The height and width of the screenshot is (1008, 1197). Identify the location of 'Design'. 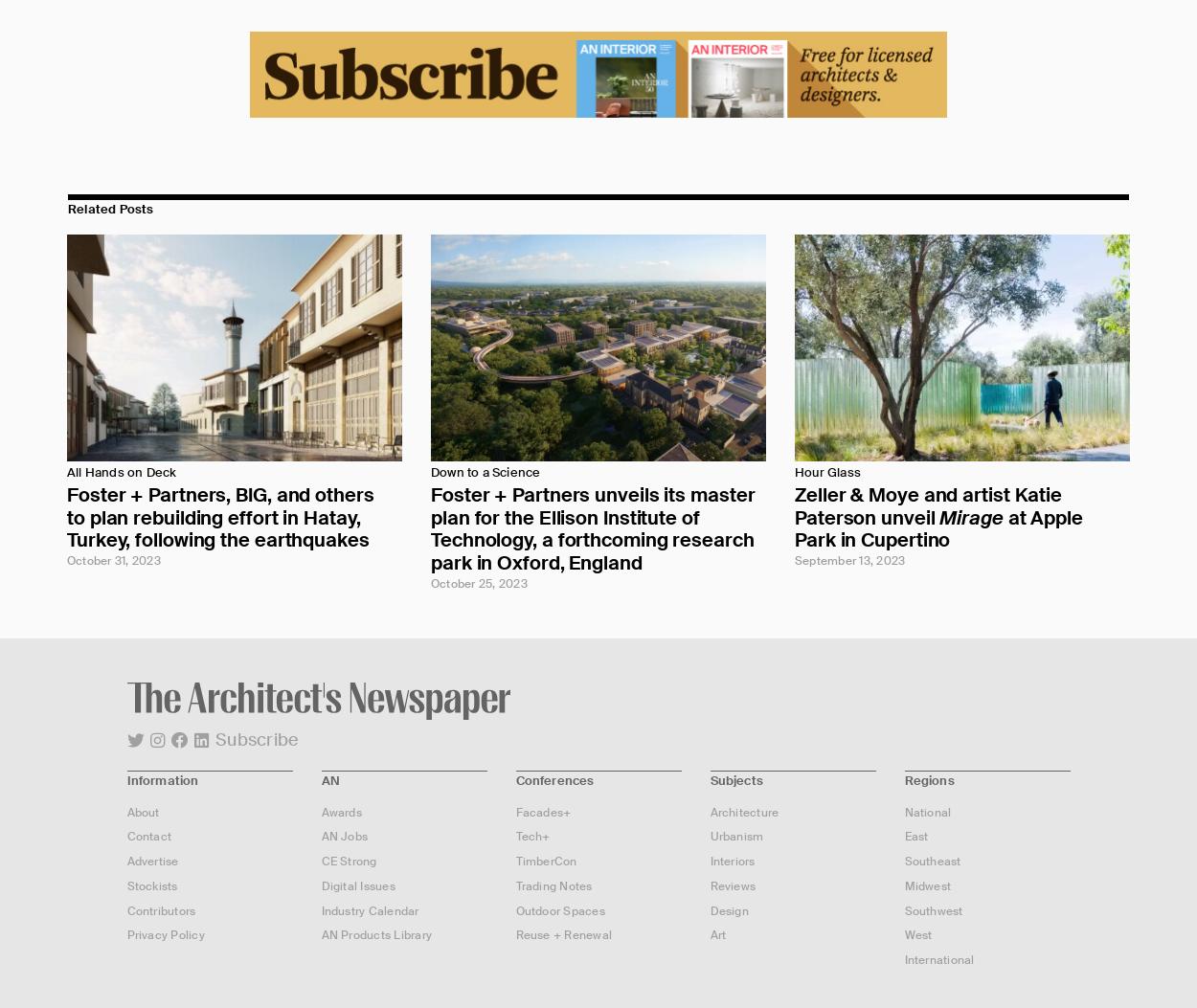
(729, 908).